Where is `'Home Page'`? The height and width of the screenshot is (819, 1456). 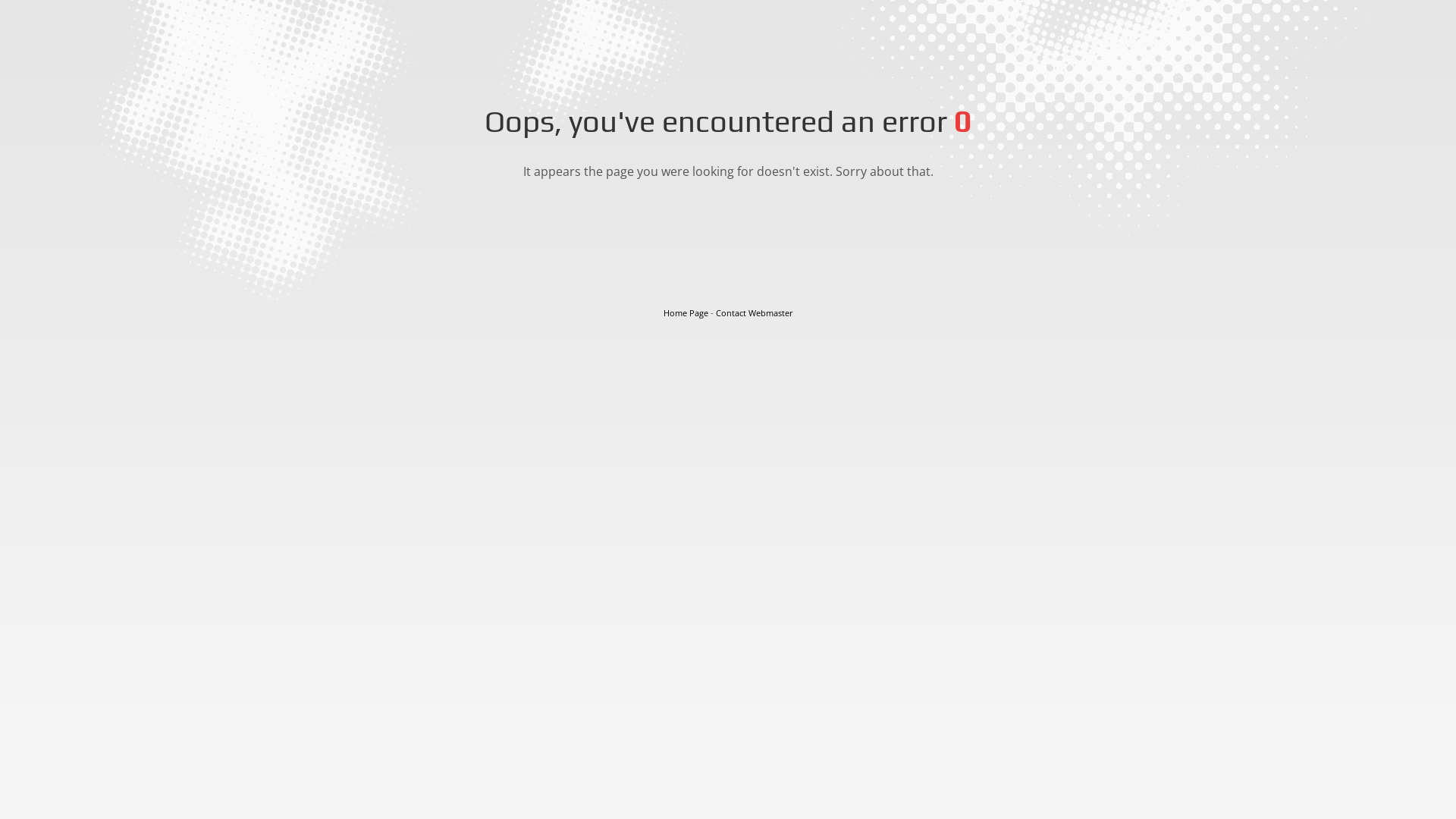
'Home Page' is located at coordinates (684, 312).